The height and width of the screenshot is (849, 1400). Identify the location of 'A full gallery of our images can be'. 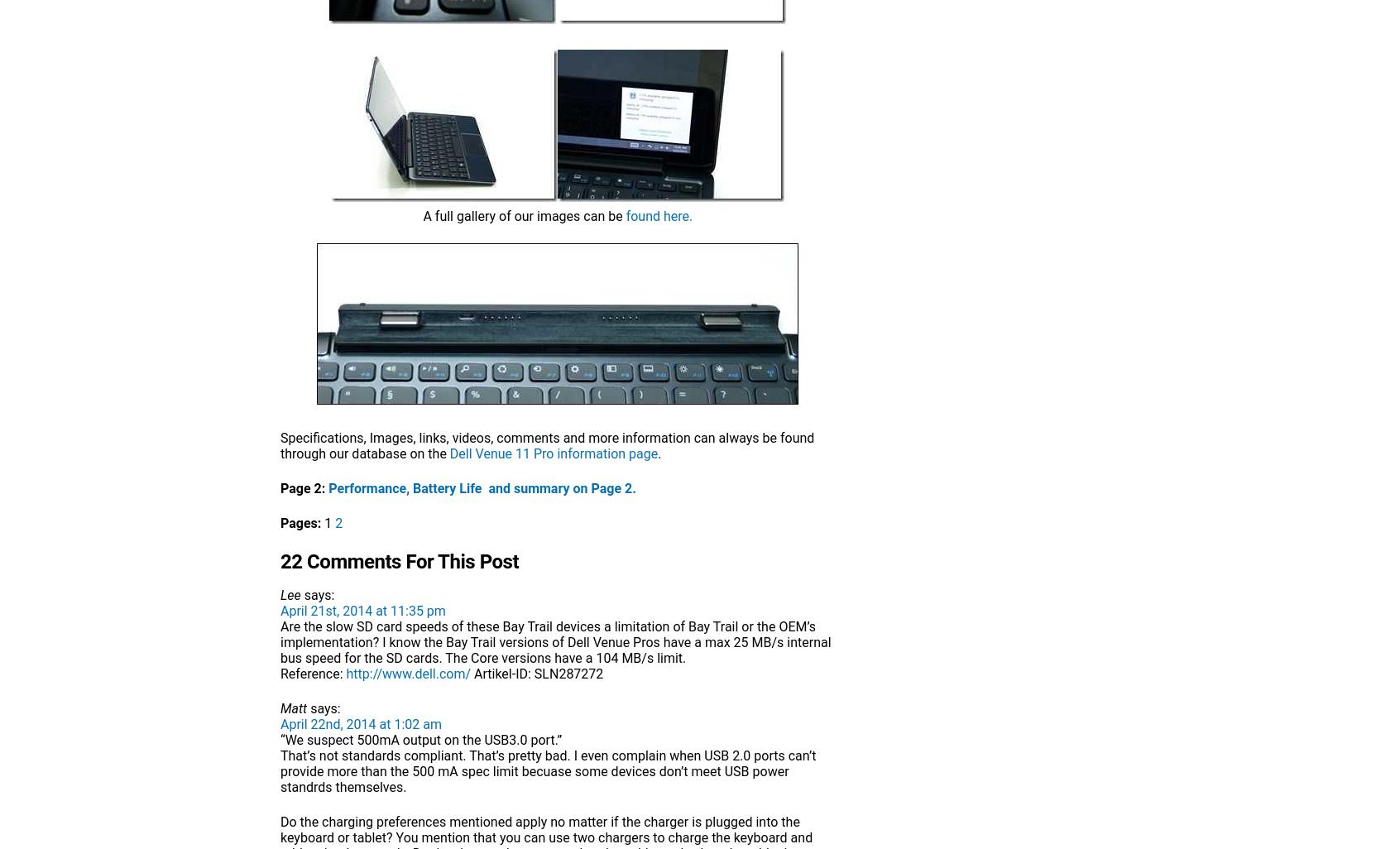
(523, 215).